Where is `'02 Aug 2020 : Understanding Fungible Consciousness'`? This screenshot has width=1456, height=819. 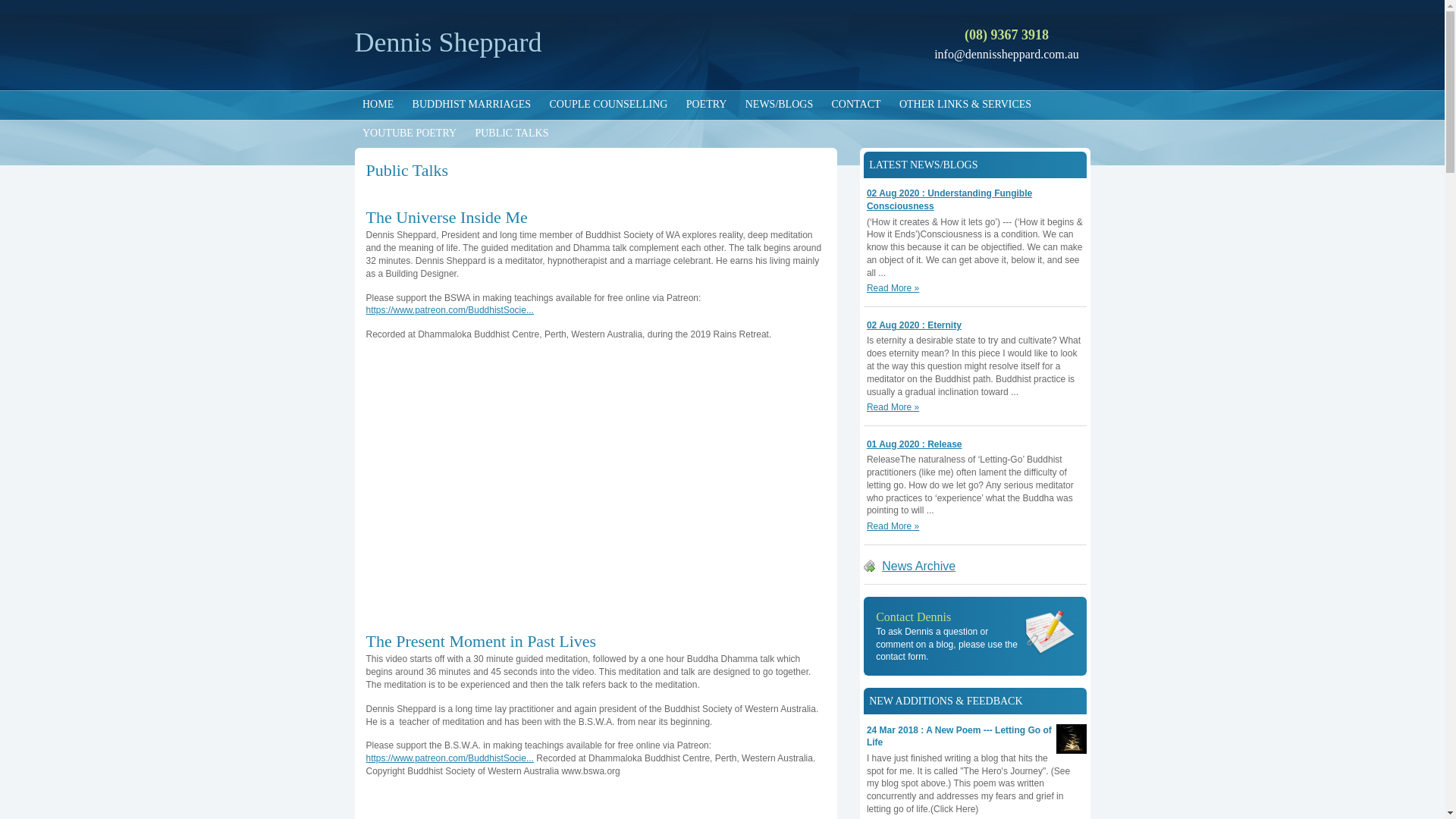 '02 Aug 2020 : Understanding Fungible Consciousness' is located at coordinates (949, 199).